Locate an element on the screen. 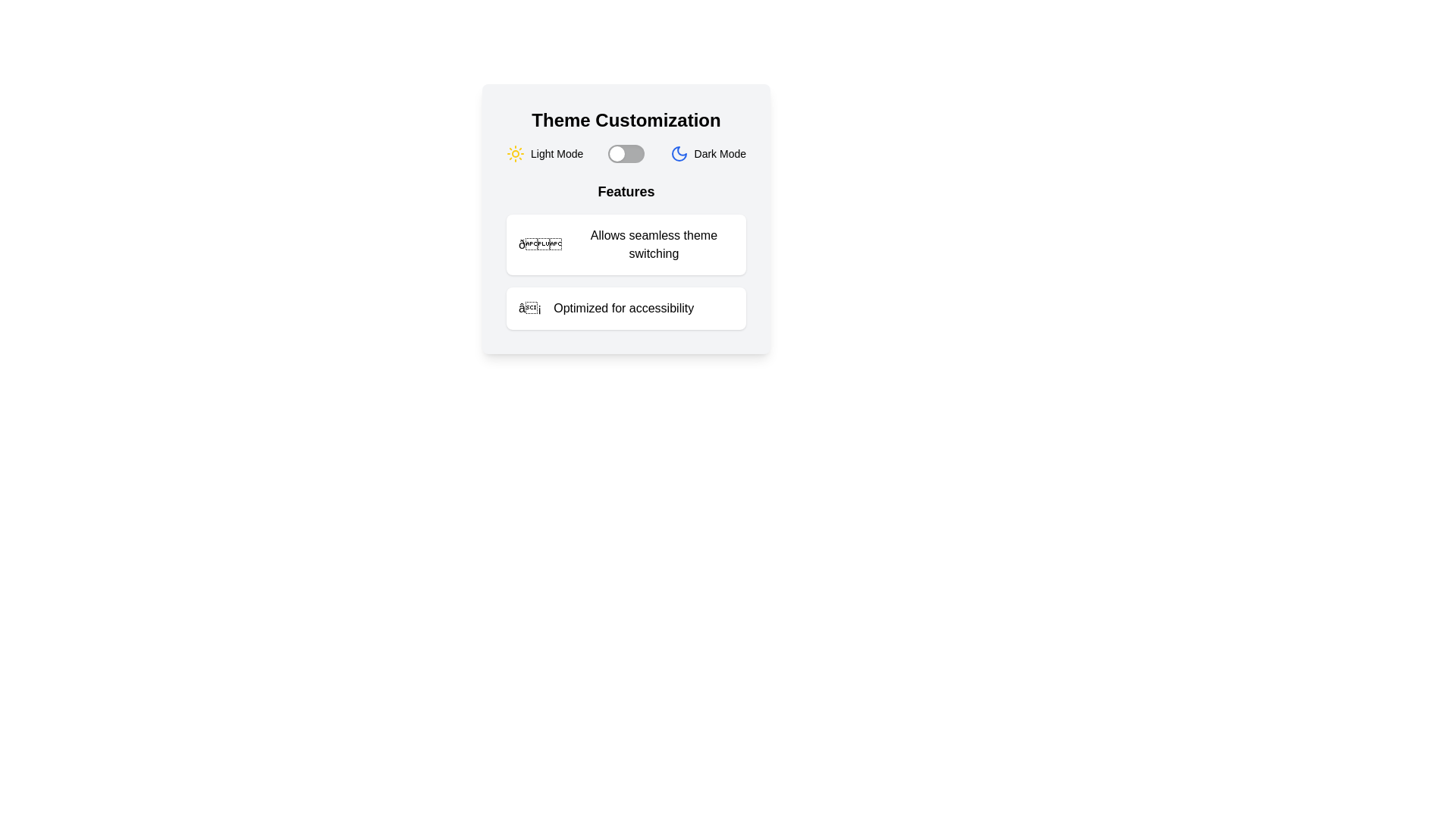  the Toggle Switch located in the 'Theme Customization' section is located at coordinates (626, 154).